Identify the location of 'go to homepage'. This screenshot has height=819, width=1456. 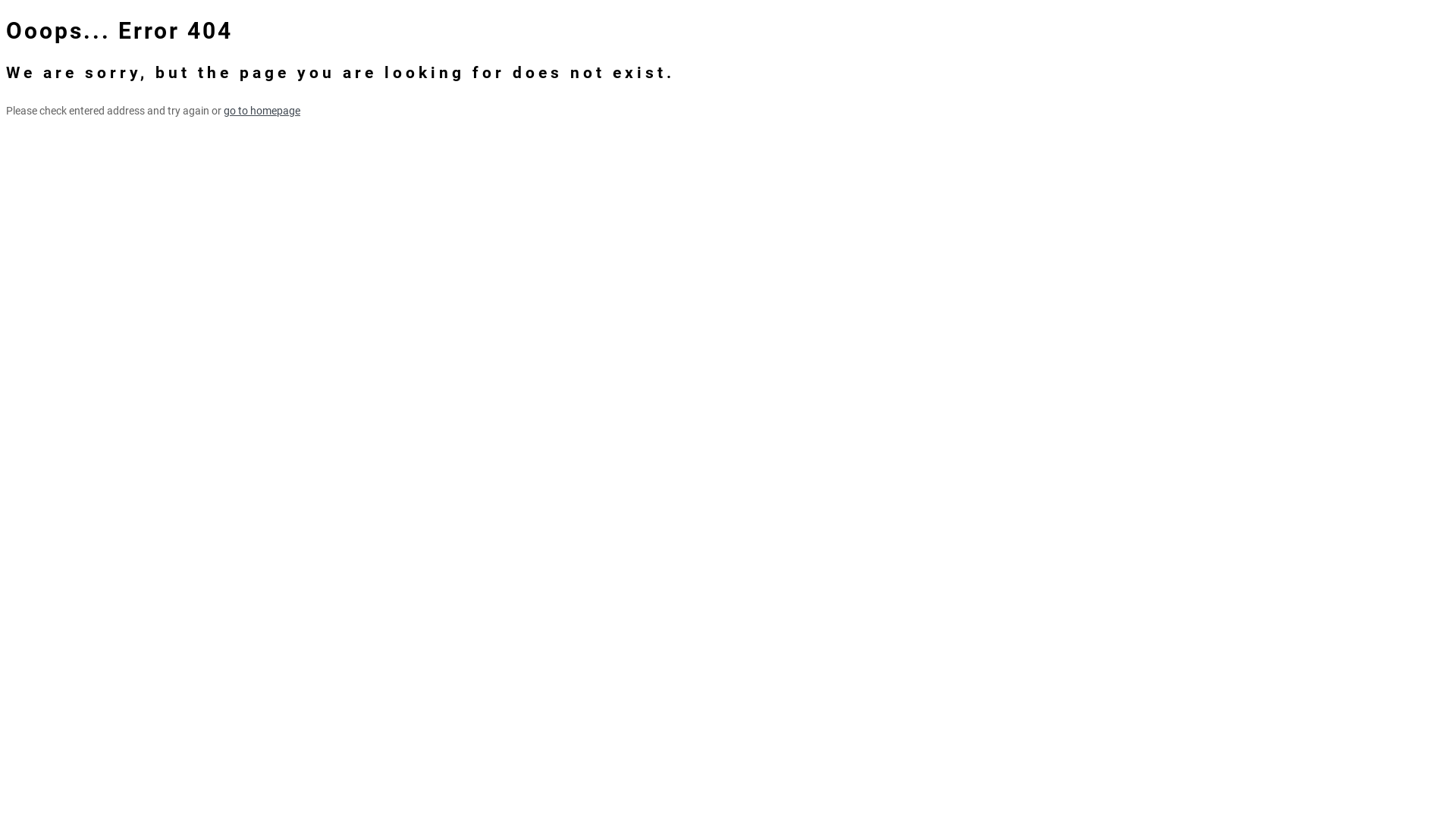
(222, 110).